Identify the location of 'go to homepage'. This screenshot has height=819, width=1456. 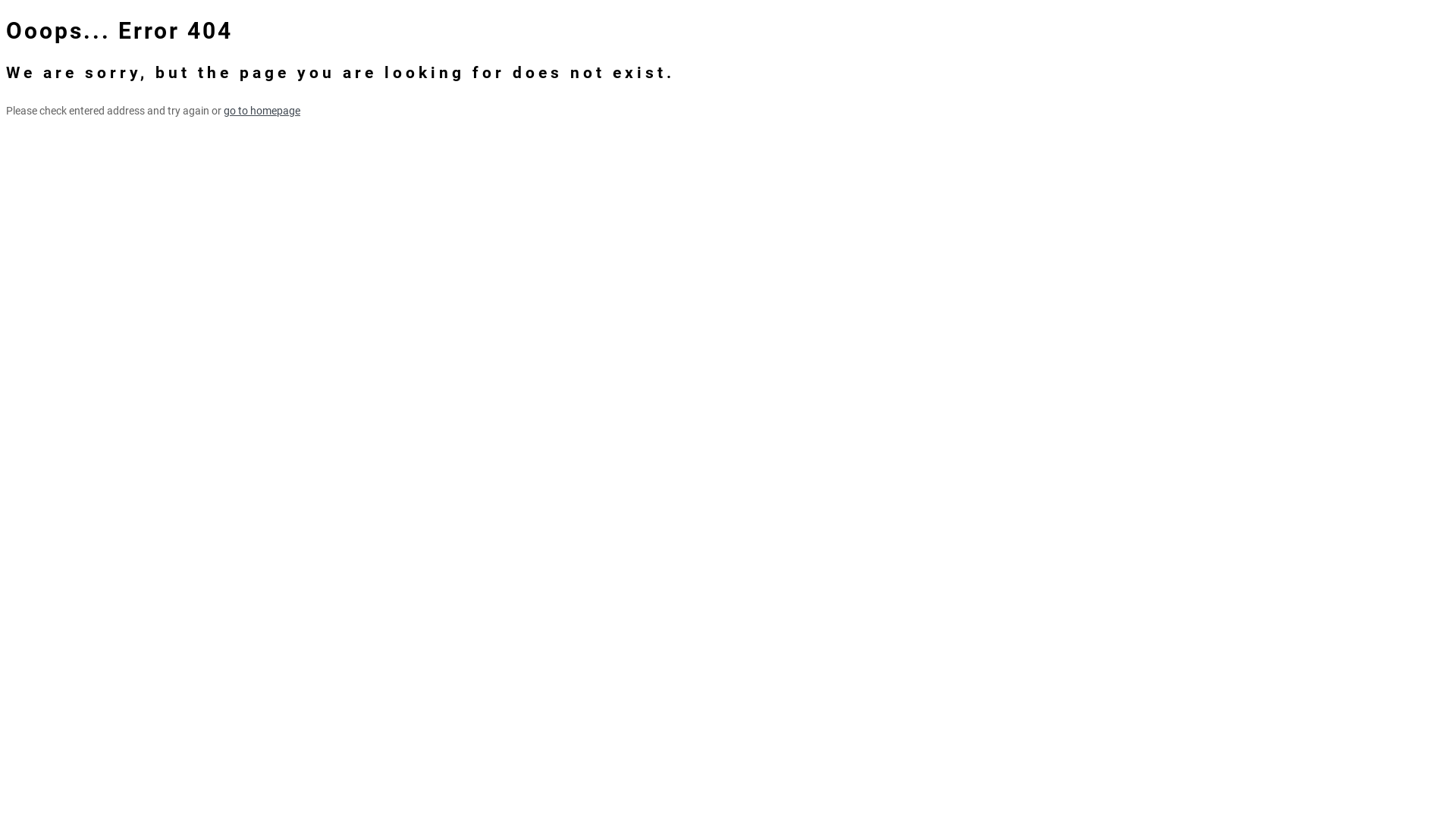
(222, 110).